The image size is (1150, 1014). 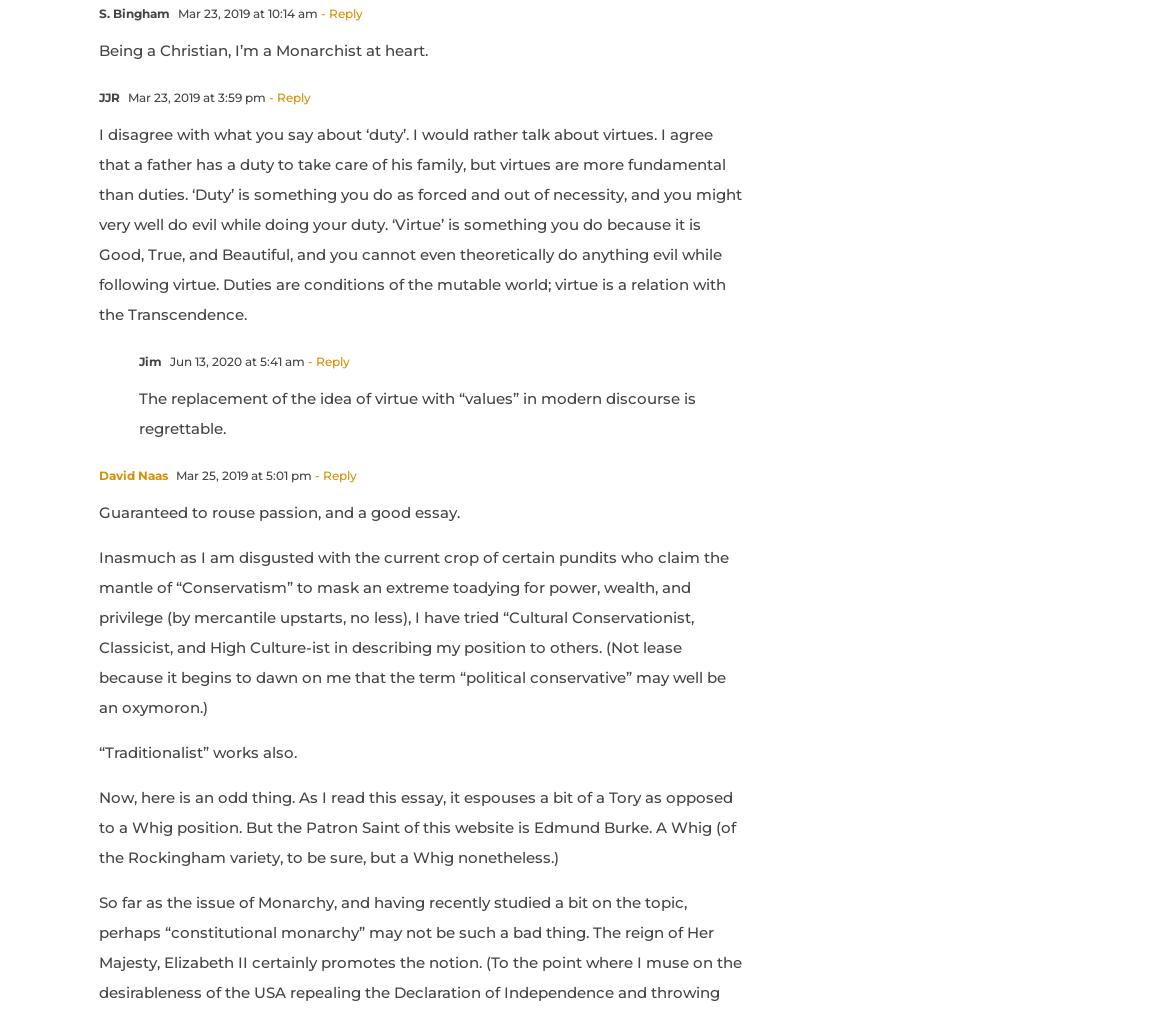 I want to click on 'Jim', so click(x=138, y=359).